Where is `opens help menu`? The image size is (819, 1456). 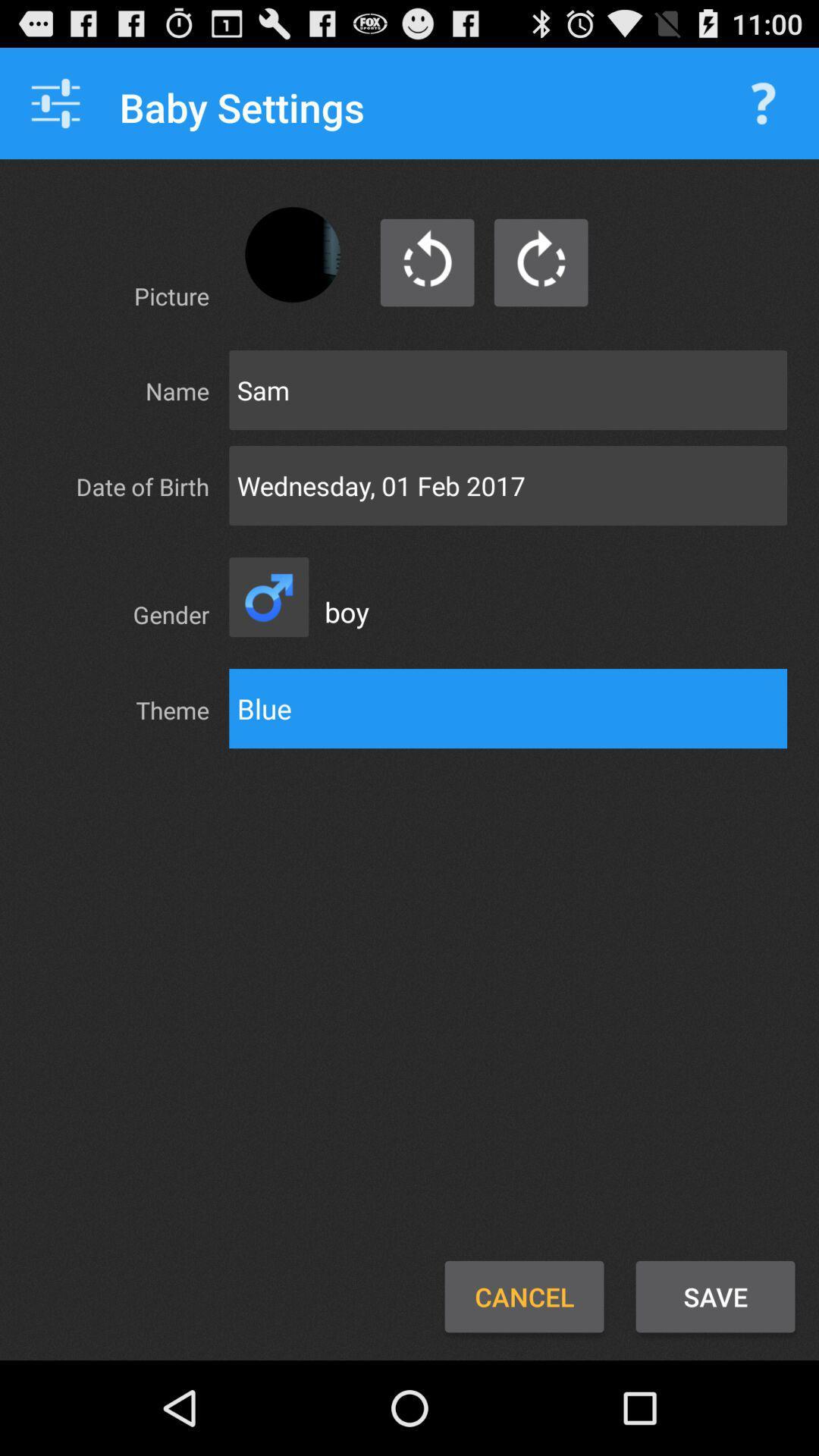 opens help menu is located at coordinates (763, 102).